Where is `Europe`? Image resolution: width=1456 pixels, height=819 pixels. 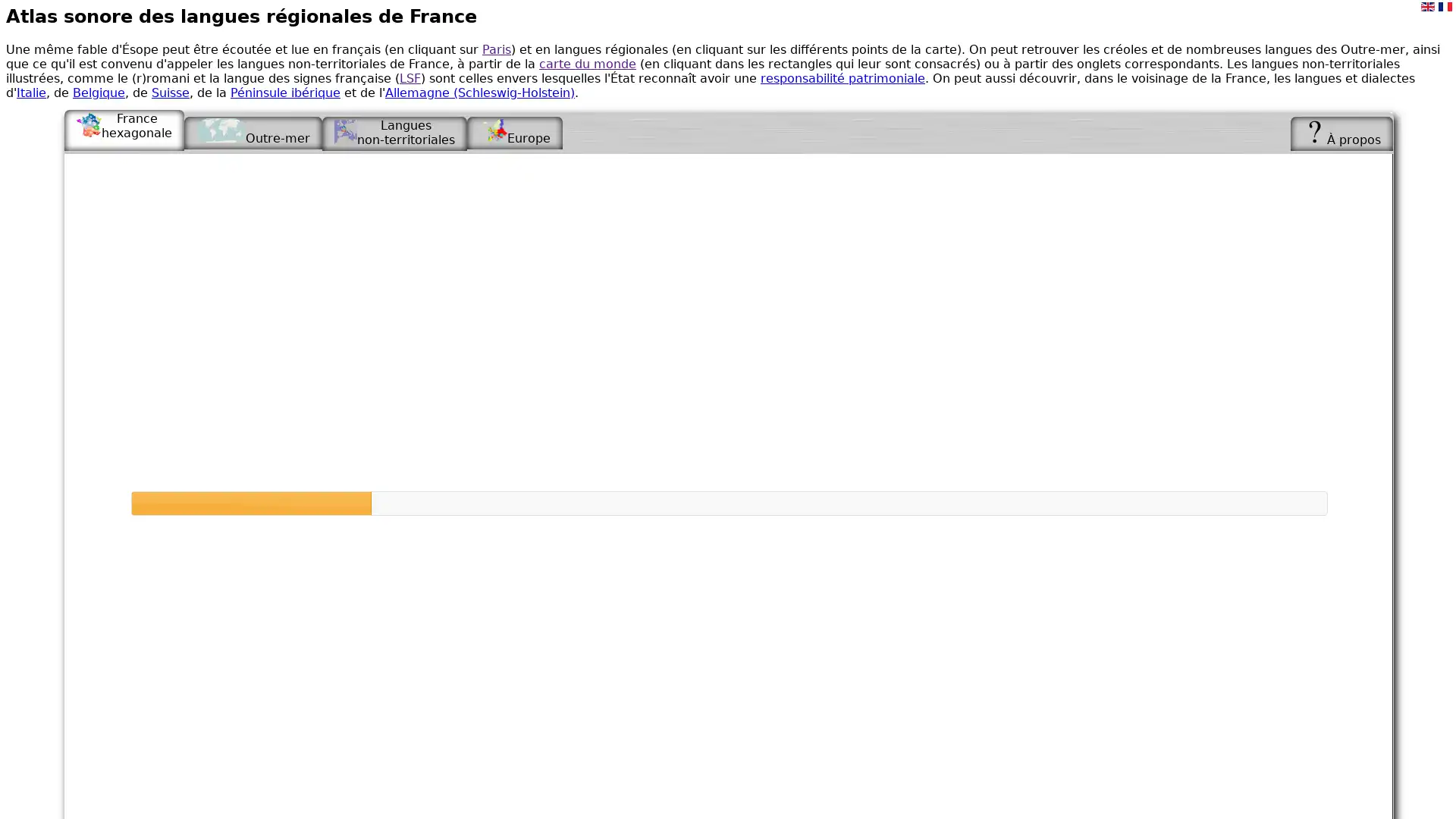
Europe is located at coordinates (514, 131).